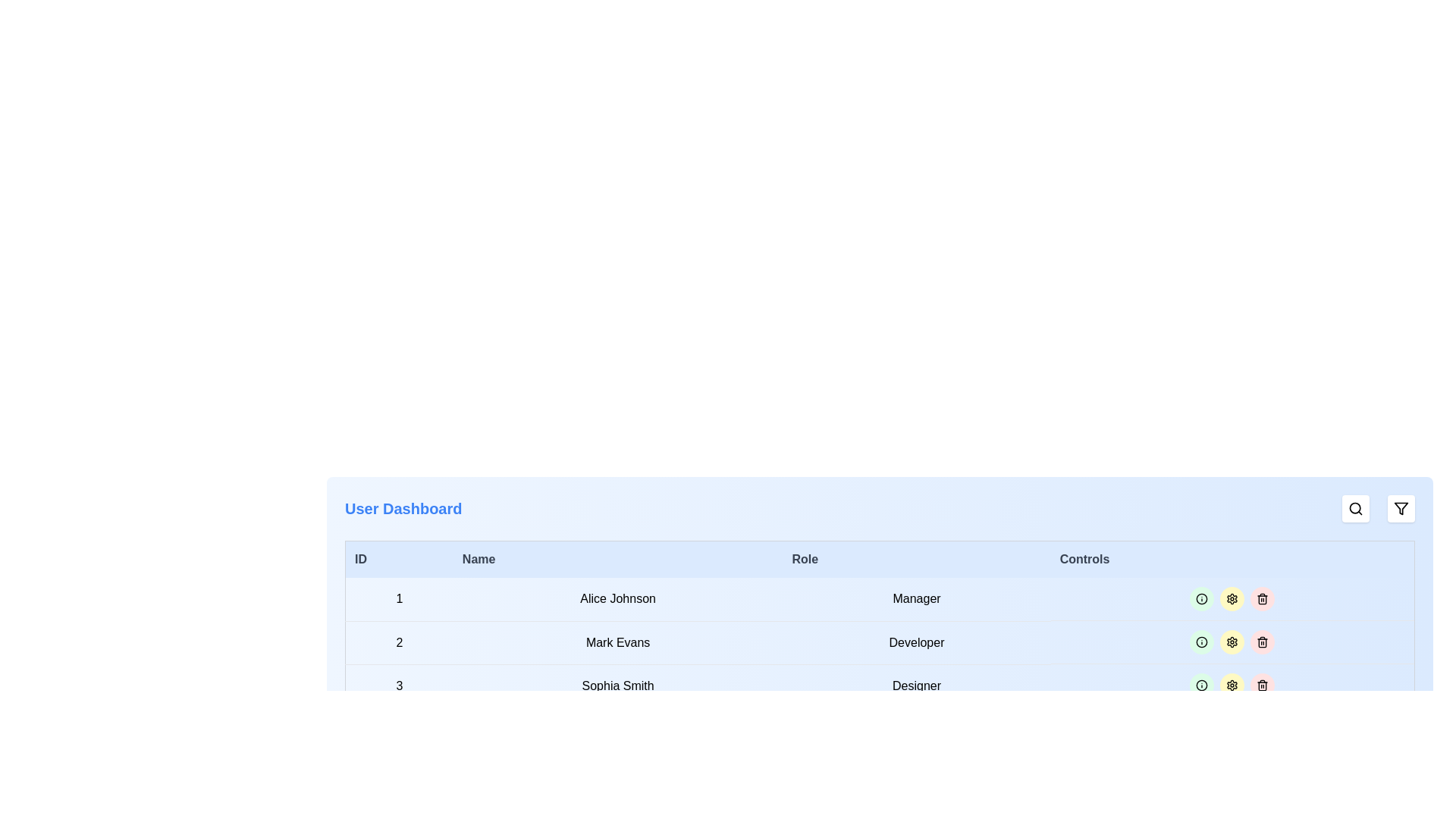 This screenshot has height=819, width=1456. I want to click on the delete icon in the Controls column of the table for the entry 'Alice Johnson', so click(1263, 598).